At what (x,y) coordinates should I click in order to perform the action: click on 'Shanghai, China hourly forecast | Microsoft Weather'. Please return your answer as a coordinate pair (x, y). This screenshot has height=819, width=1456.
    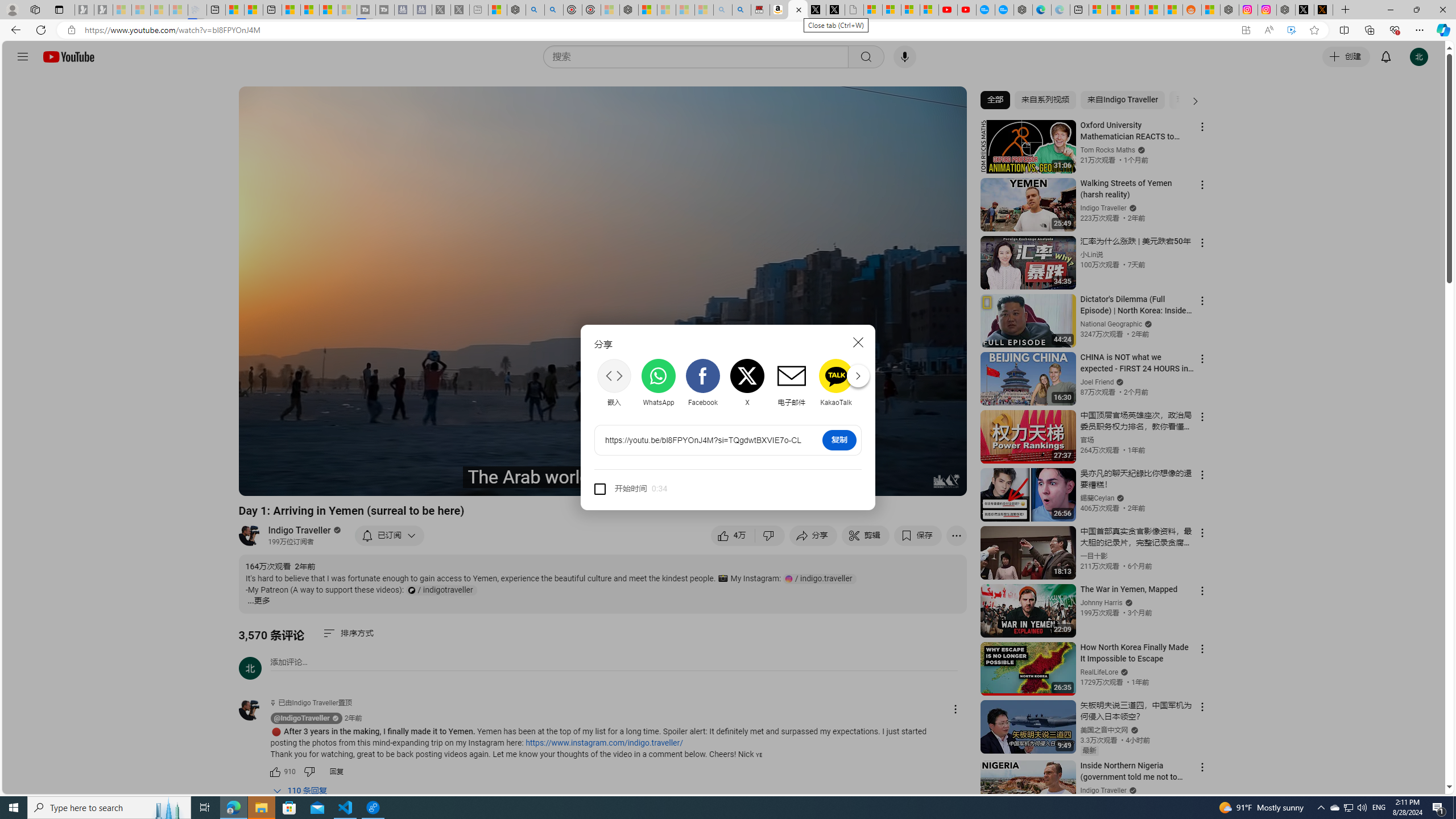
    Looking at the image, I should click on (1135, 9).